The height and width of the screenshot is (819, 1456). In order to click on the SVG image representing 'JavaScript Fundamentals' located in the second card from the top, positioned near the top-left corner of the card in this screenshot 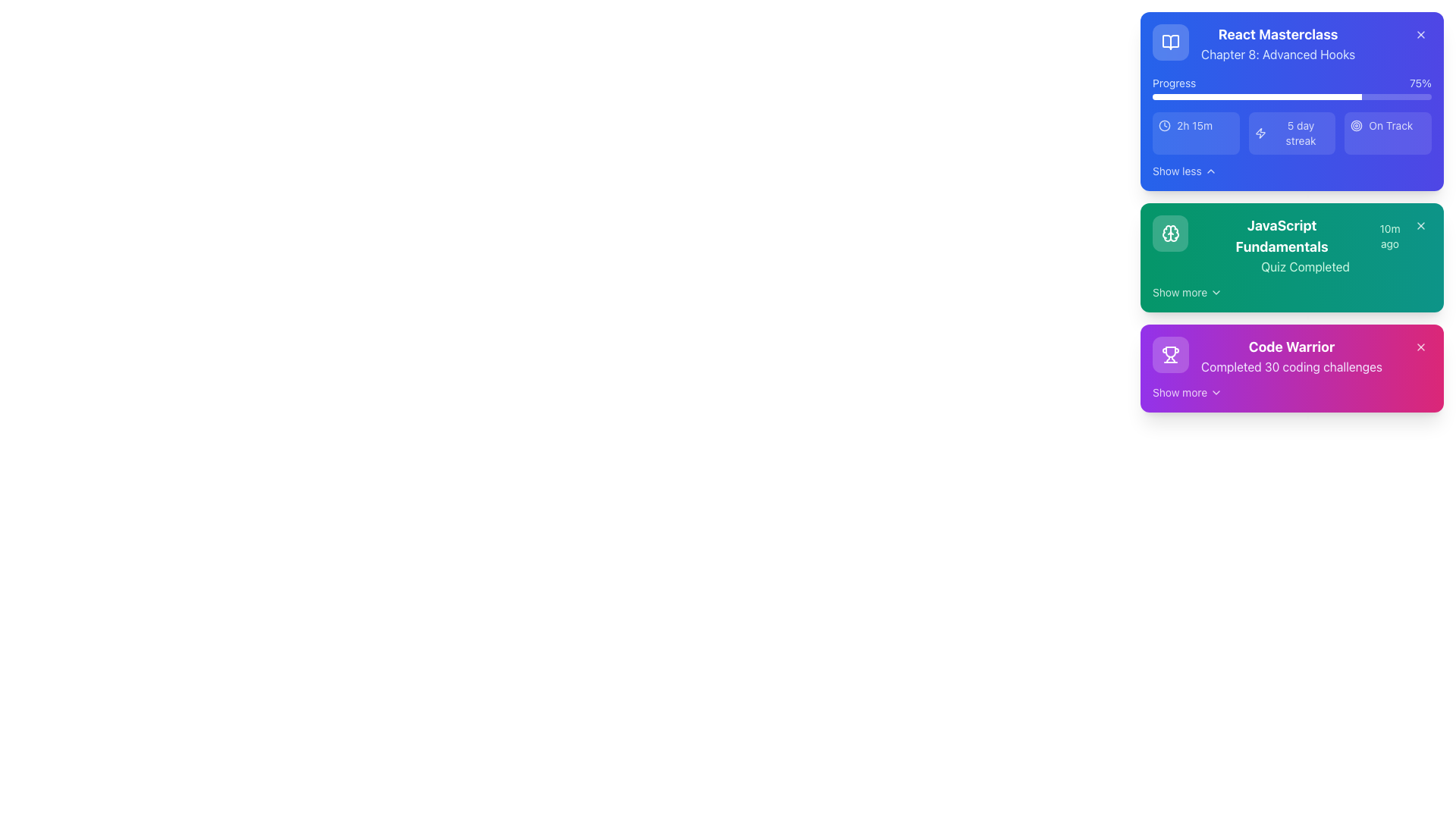, I will do `click(1169, 234)`.